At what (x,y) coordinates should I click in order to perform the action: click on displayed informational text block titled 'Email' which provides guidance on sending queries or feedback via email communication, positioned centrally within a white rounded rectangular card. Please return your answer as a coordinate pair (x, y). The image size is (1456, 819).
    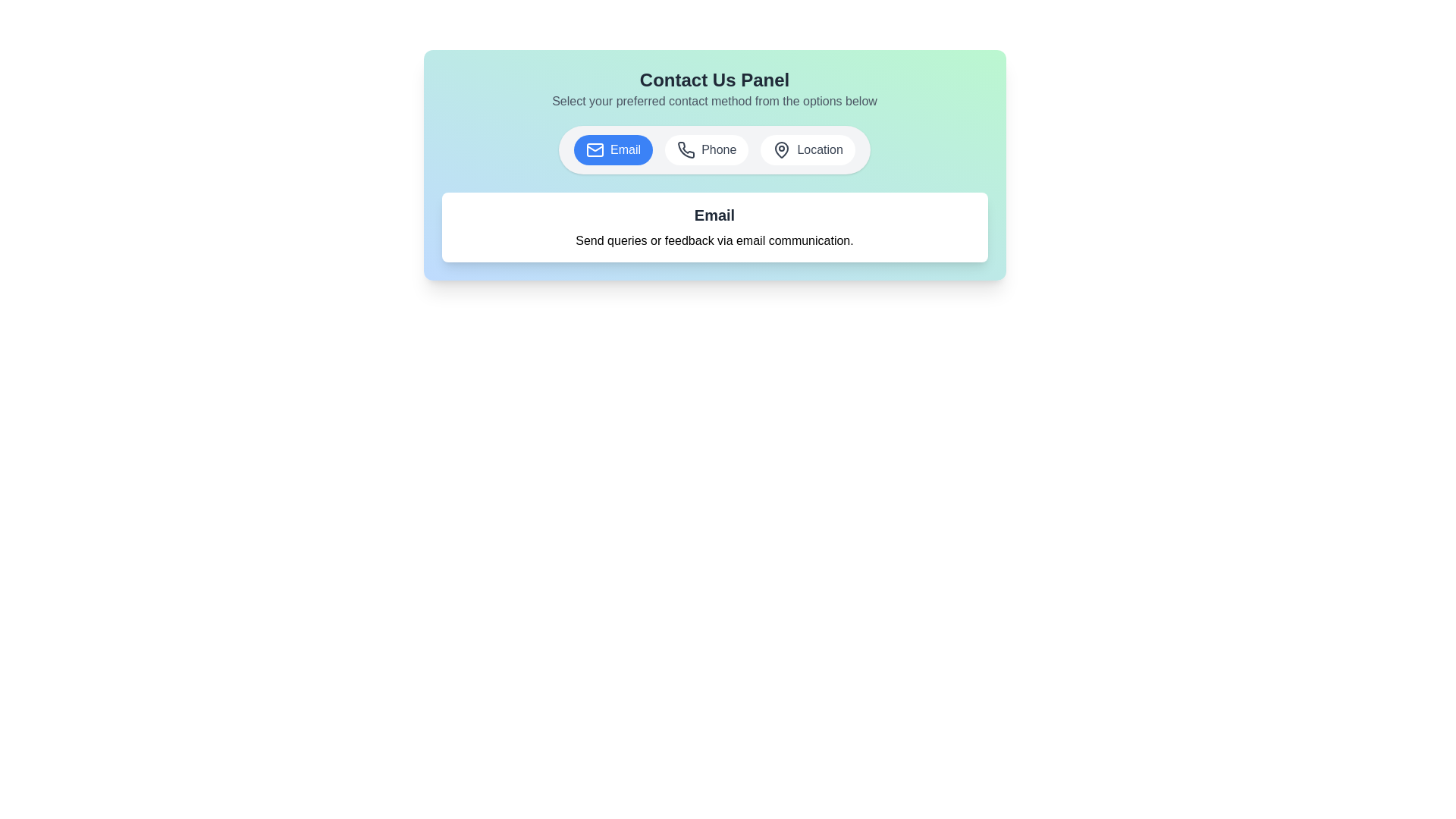
    Looking at the image, I should click on (714, 227).